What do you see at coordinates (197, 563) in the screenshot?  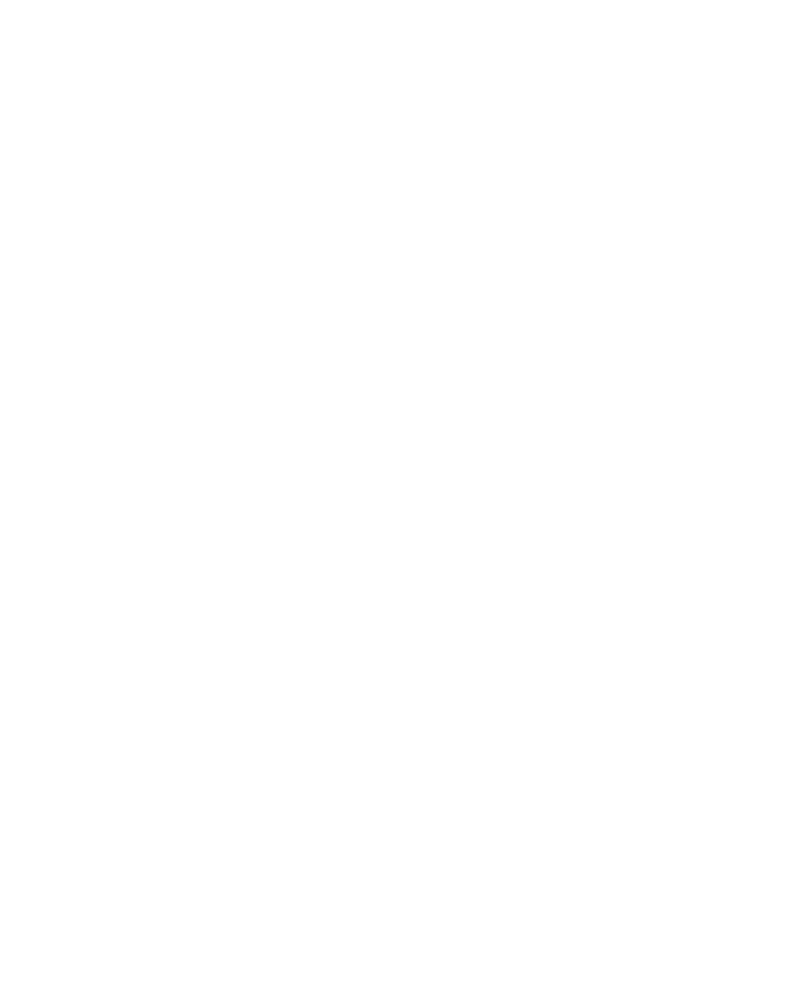 I see `'Telos Alliance Debuts New Quasar, Jünger Audio Products'` at bounding box center [197, 563].